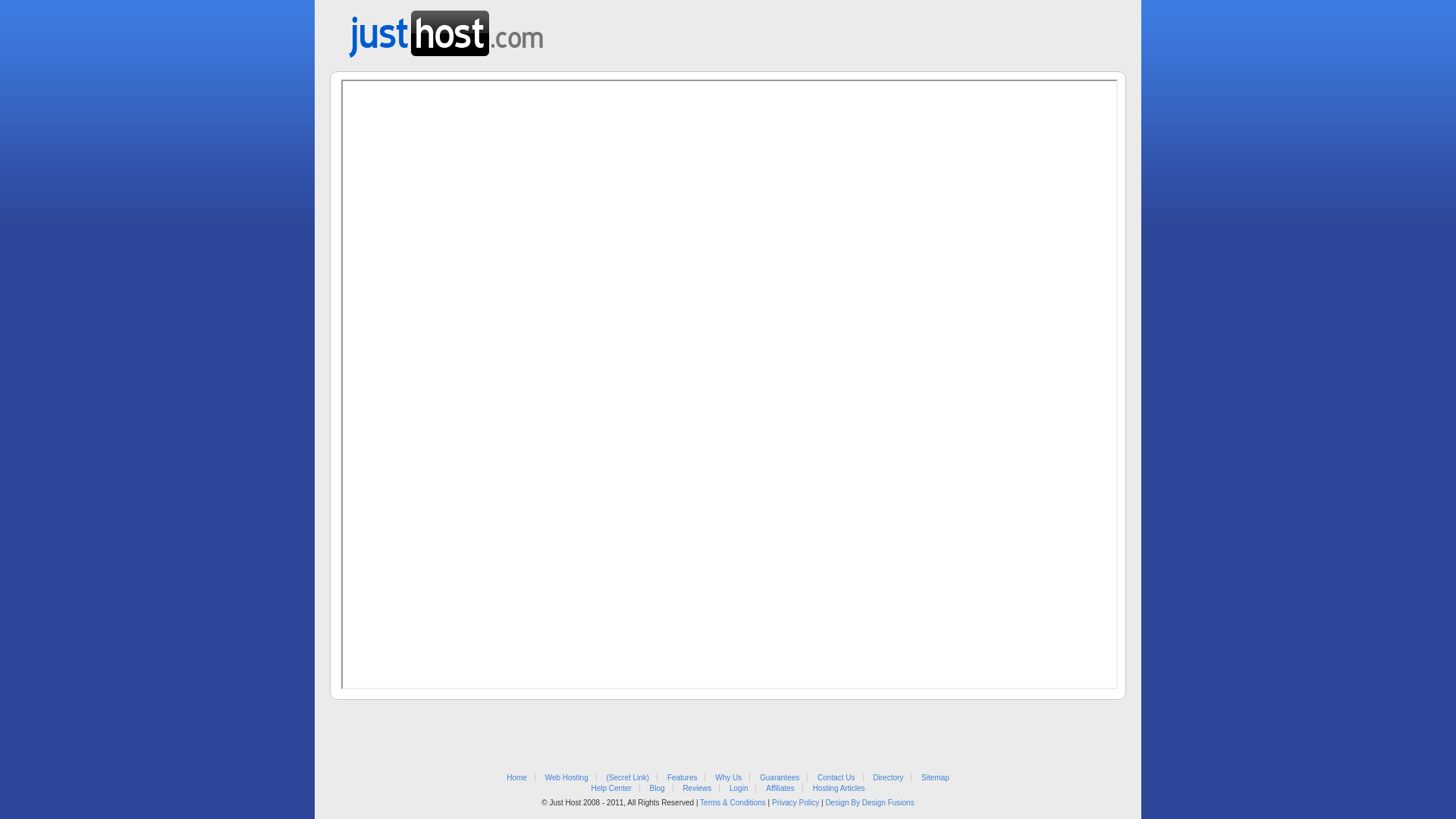  Describe the element at coordinates (835, 777) in the screenshot. I see `'Contact Us'` at that location.